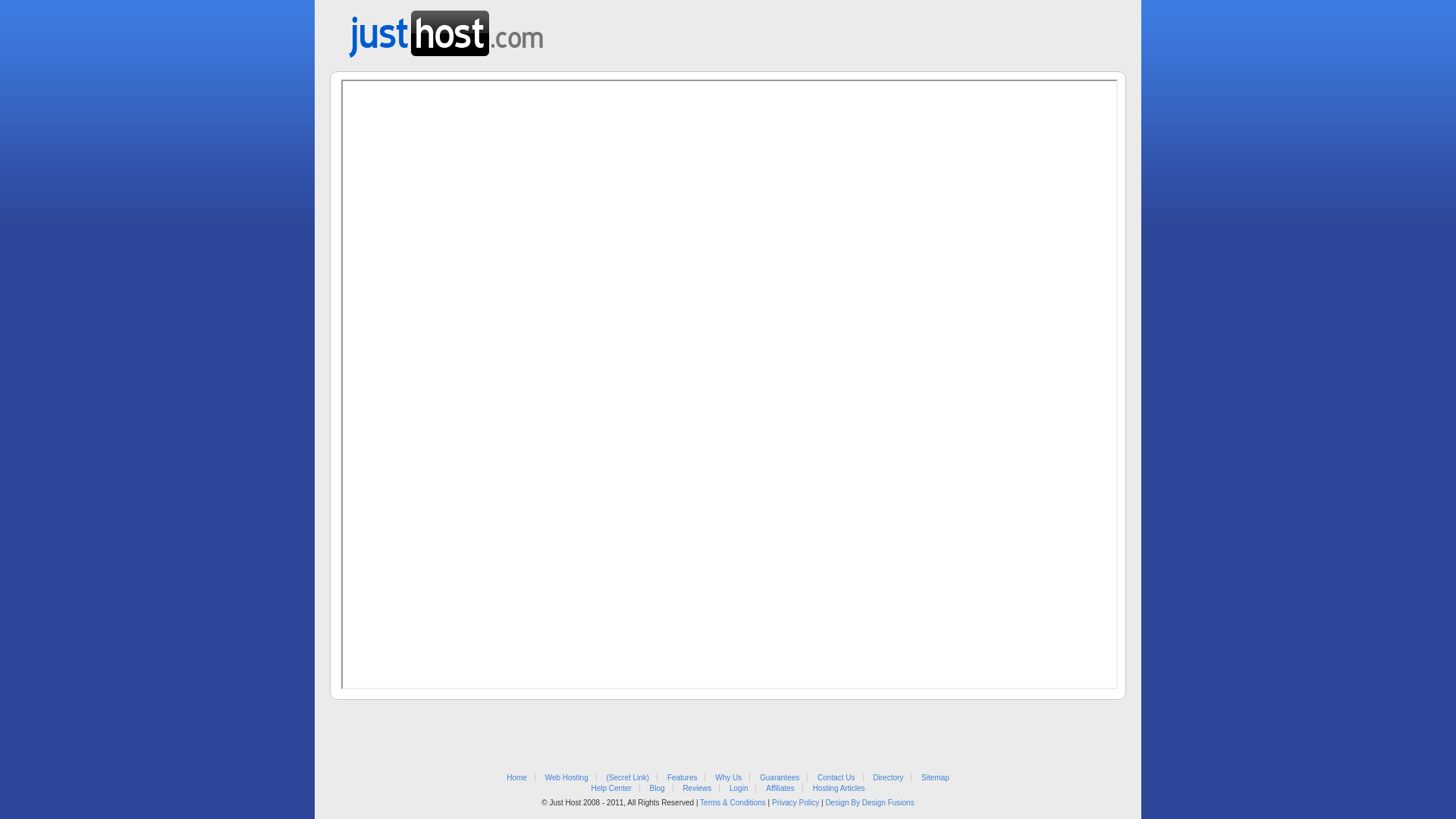  Describe the element at coordinates (835, 777) in the screenshot. I see `'Contact Us'` at that location.